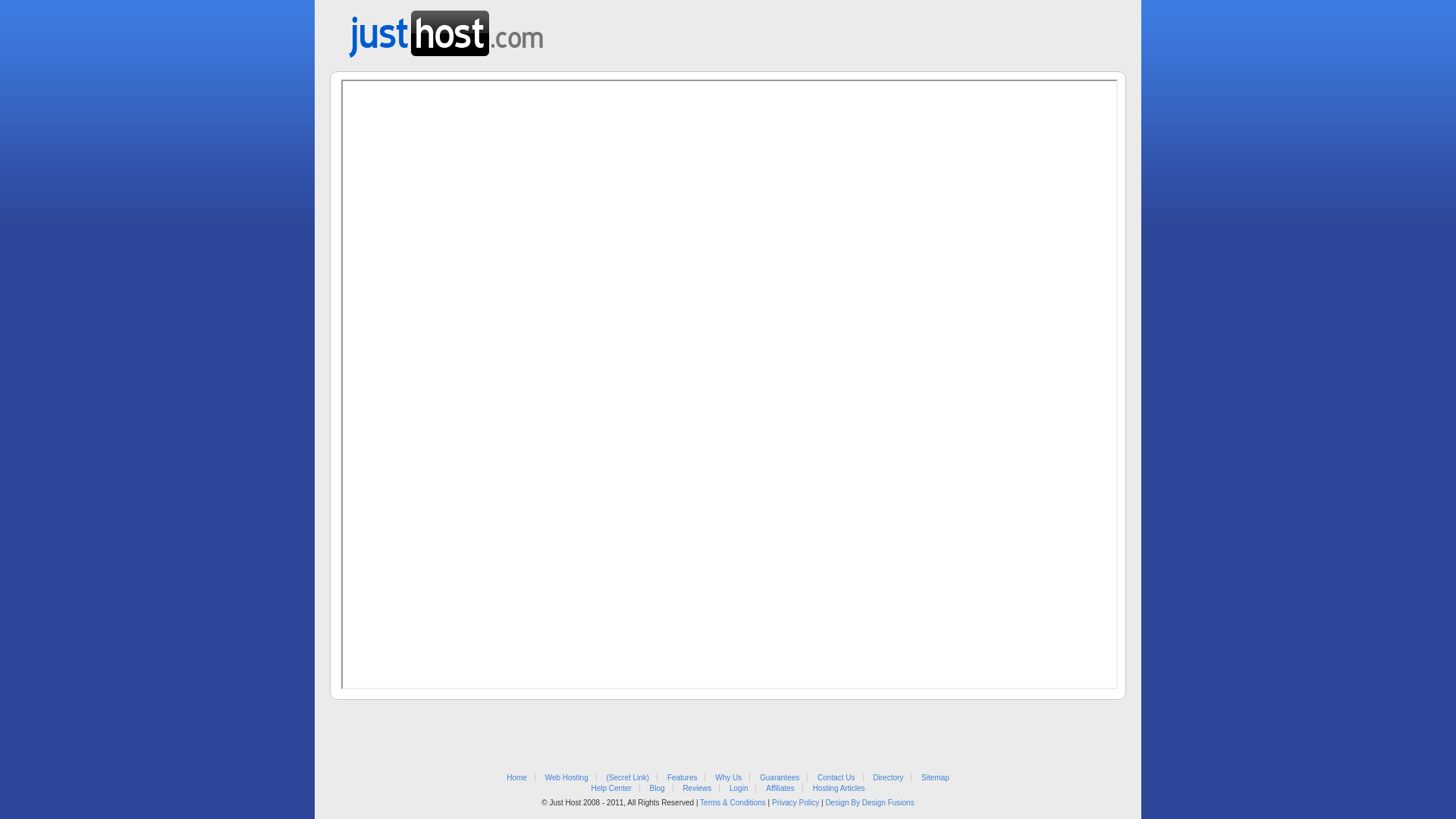  Describe the element at coordinates (835, 777) in the screenshot. I see `'Contact Us'` at that location.